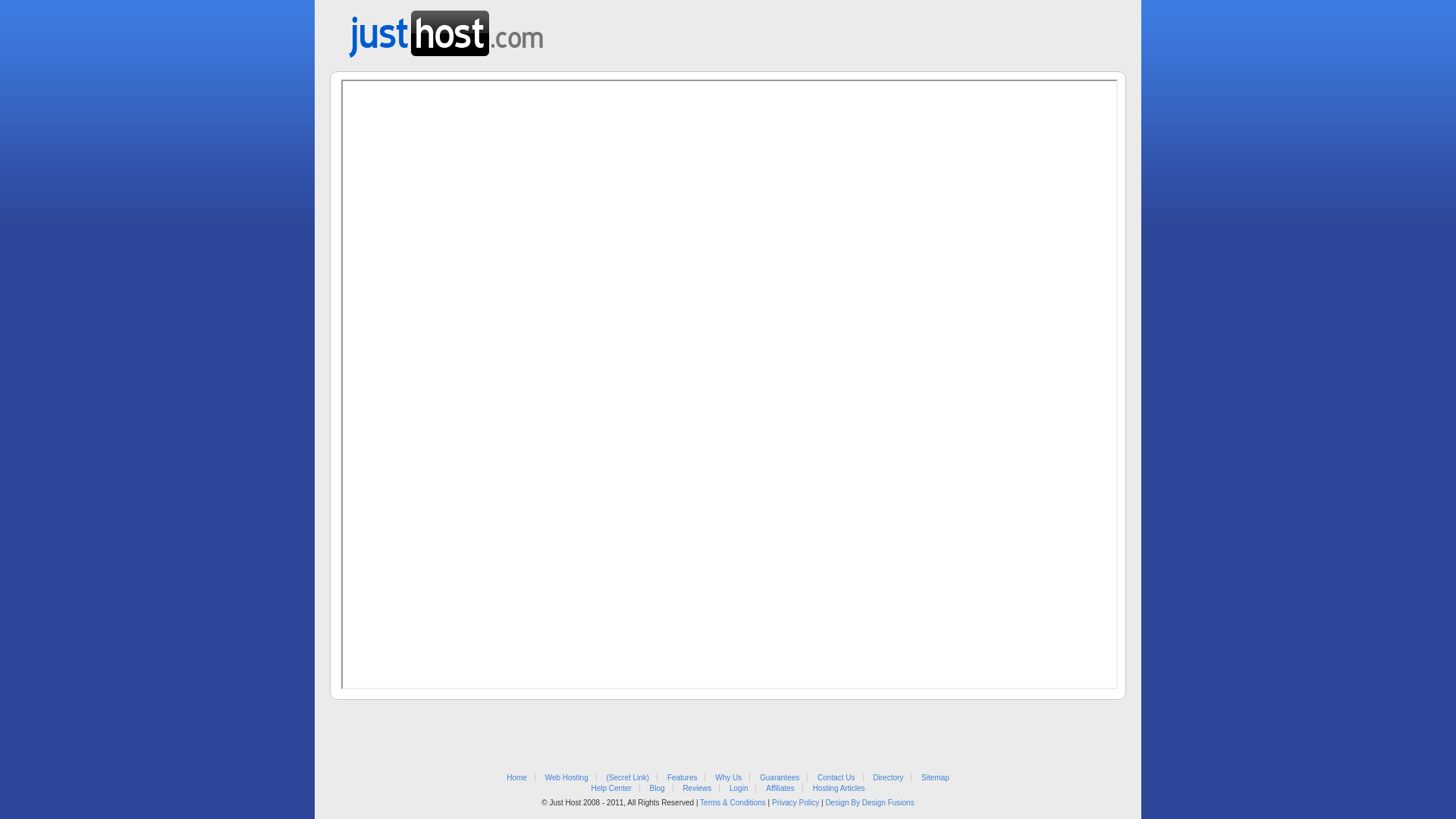  Describe the element at coordinates (835, 777) in the screenshot. I see `'Contact Us'` at that location.